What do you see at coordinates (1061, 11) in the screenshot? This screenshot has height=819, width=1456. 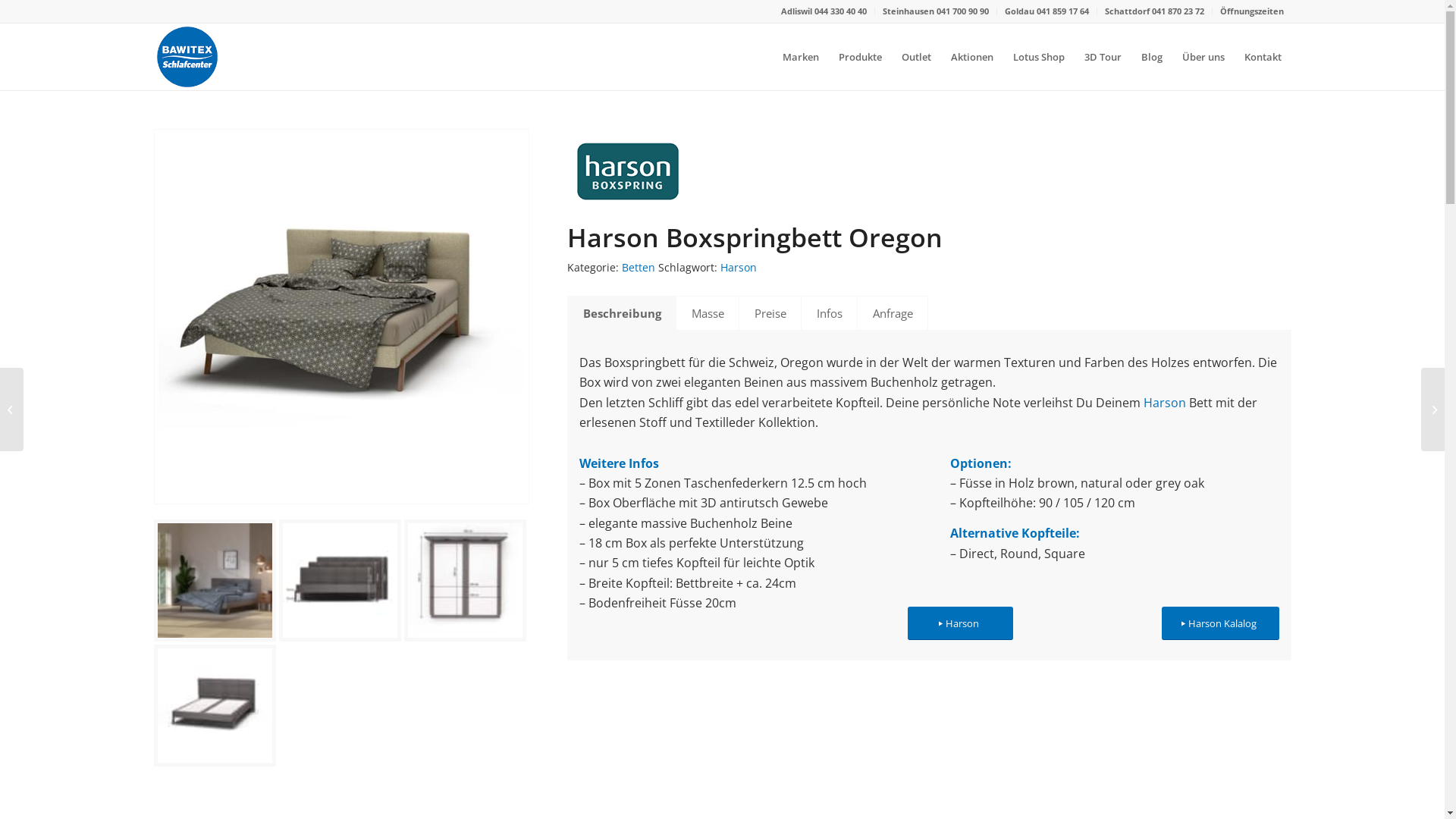 I see `'041 859 17 64'` at bounding box center [1061, 11].